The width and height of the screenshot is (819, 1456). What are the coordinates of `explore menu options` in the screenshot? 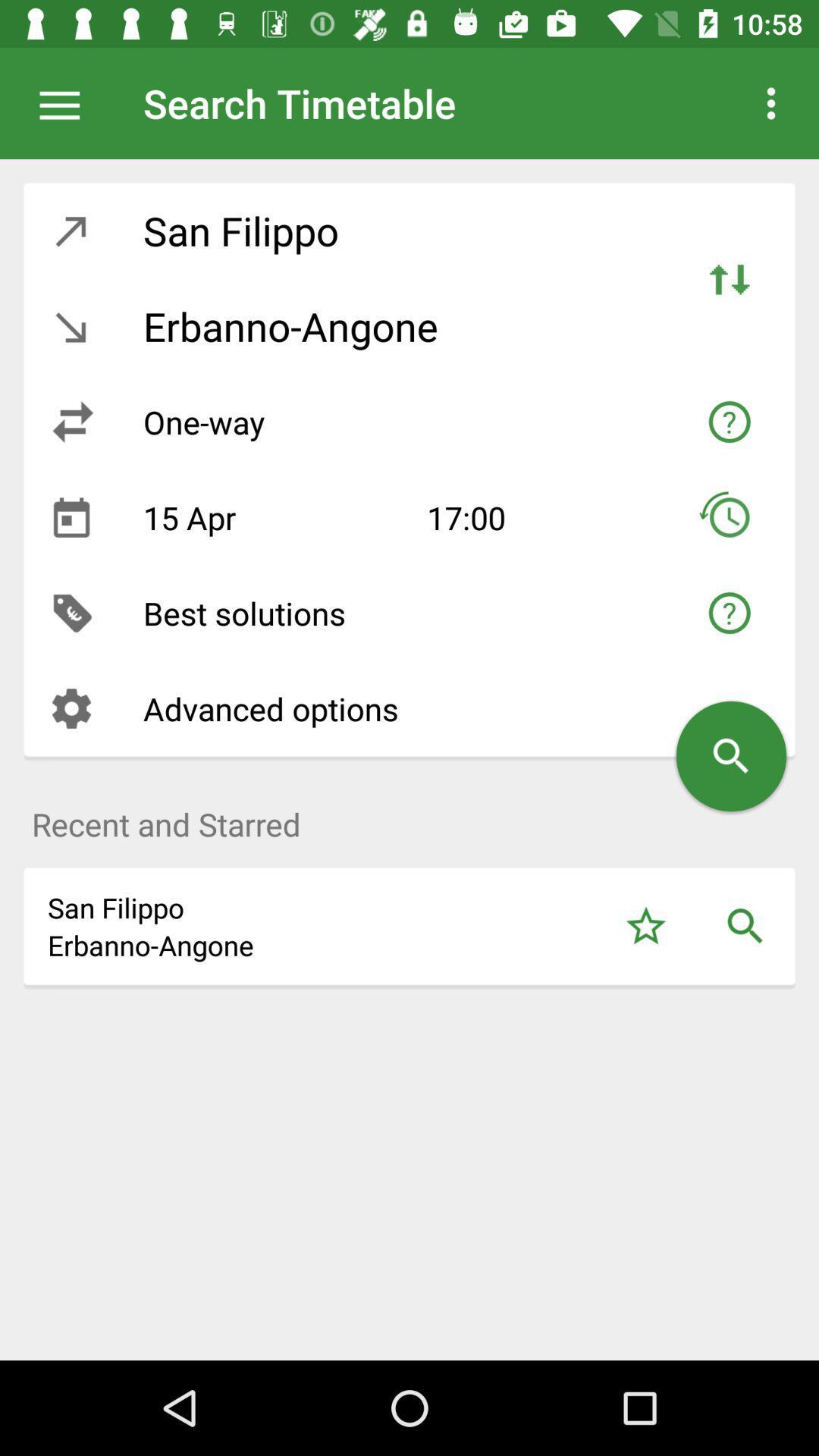 It's located at (67, 102).